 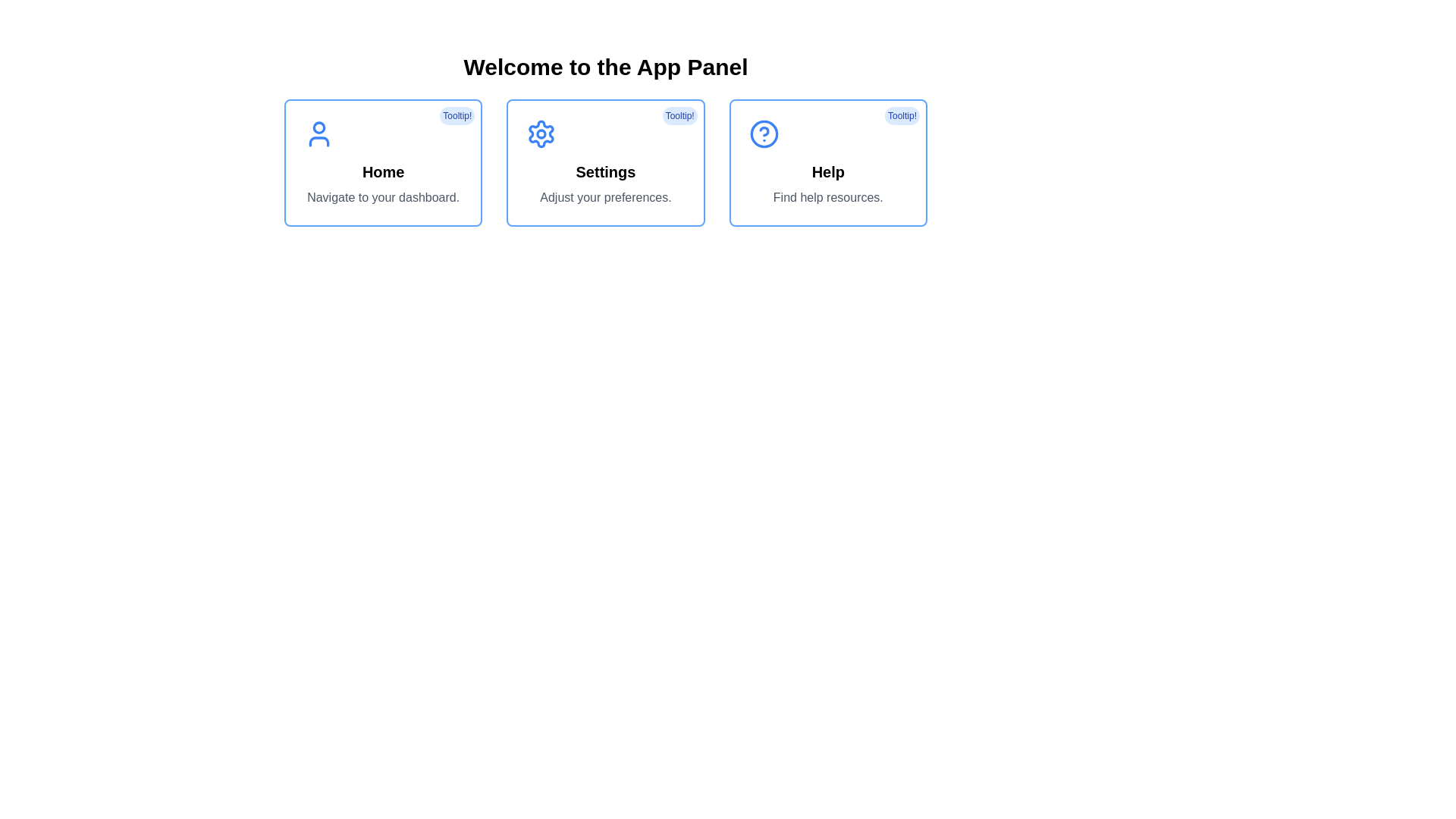 I want to click on the cog-shaped settings icon located centrally within the 'Settings' card, which features a blue outline and a circular void at its center, so click(x=541, y=133).